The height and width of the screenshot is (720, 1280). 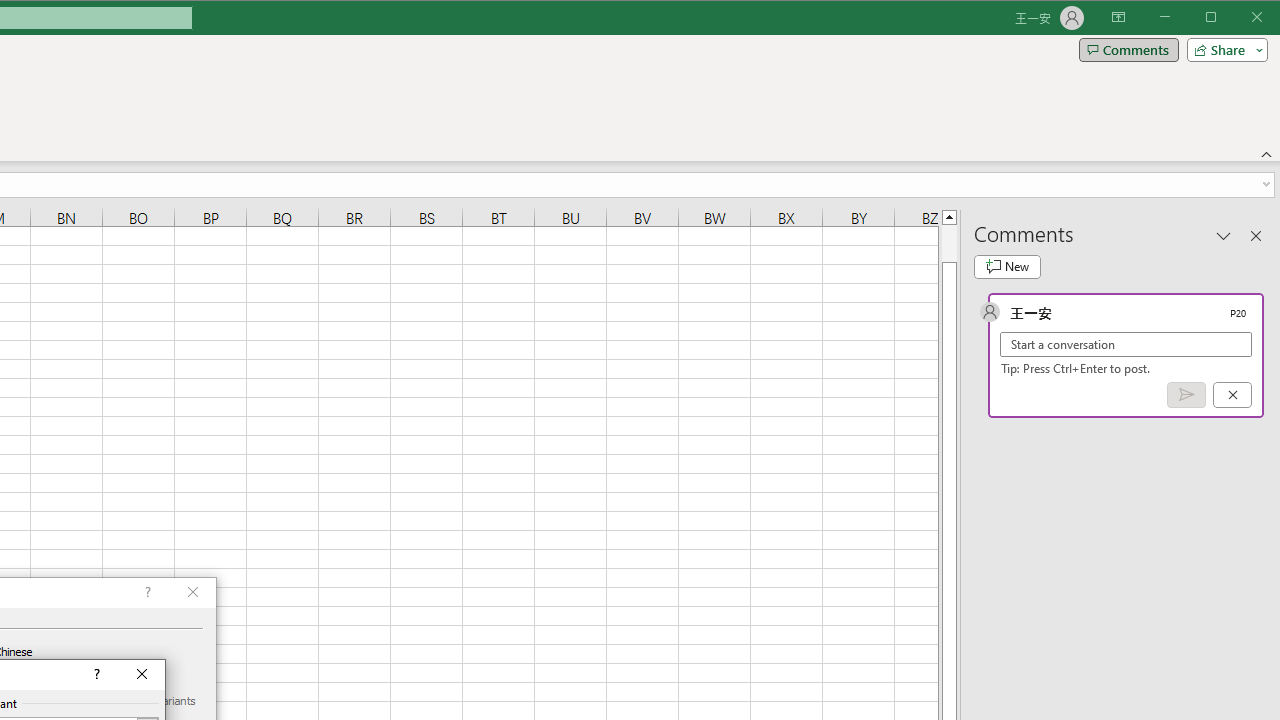 I want to click on 'Page up', so click(x=948, y=242).